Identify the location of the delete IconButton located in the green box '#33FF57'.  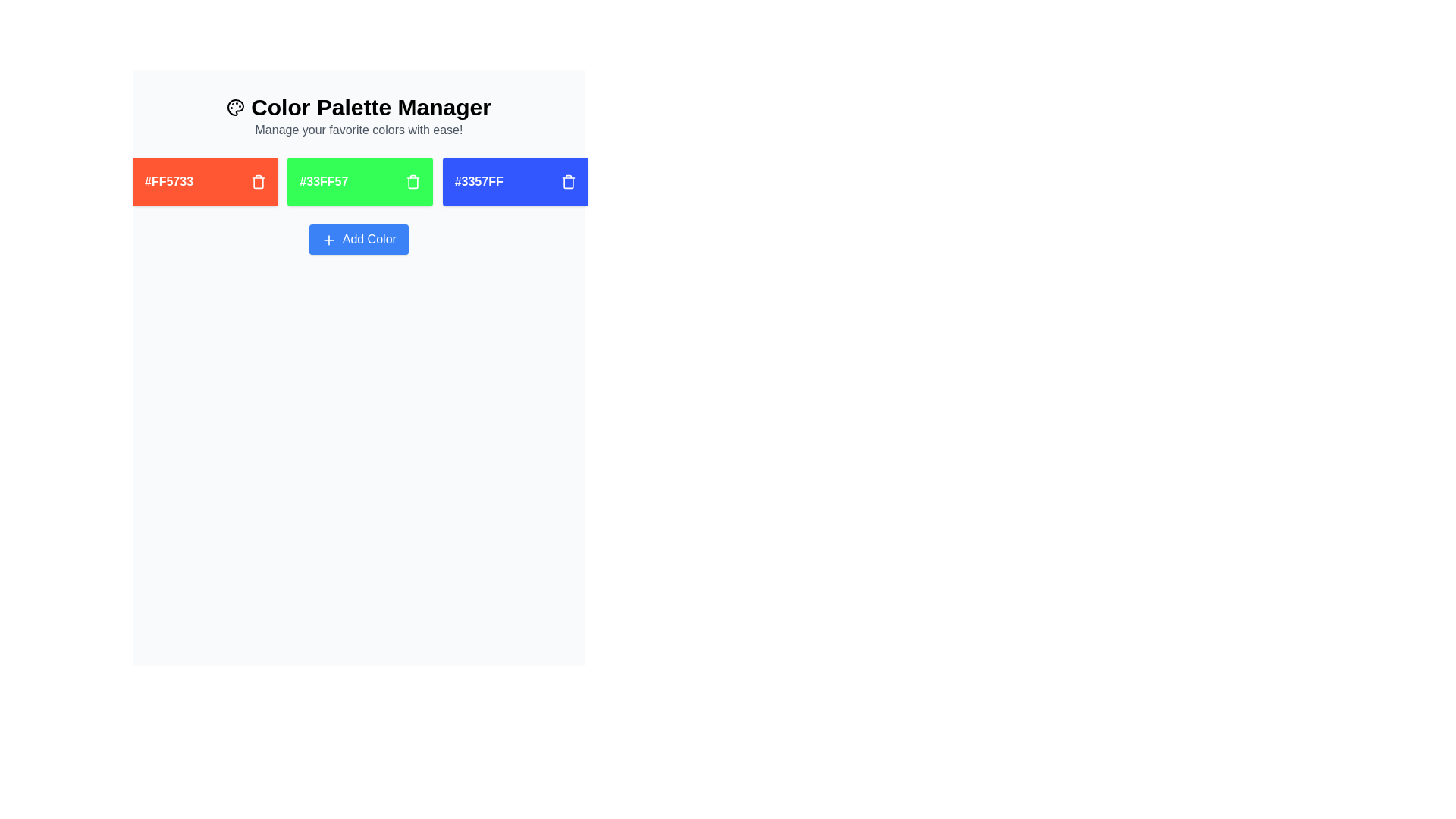
(413, 180).